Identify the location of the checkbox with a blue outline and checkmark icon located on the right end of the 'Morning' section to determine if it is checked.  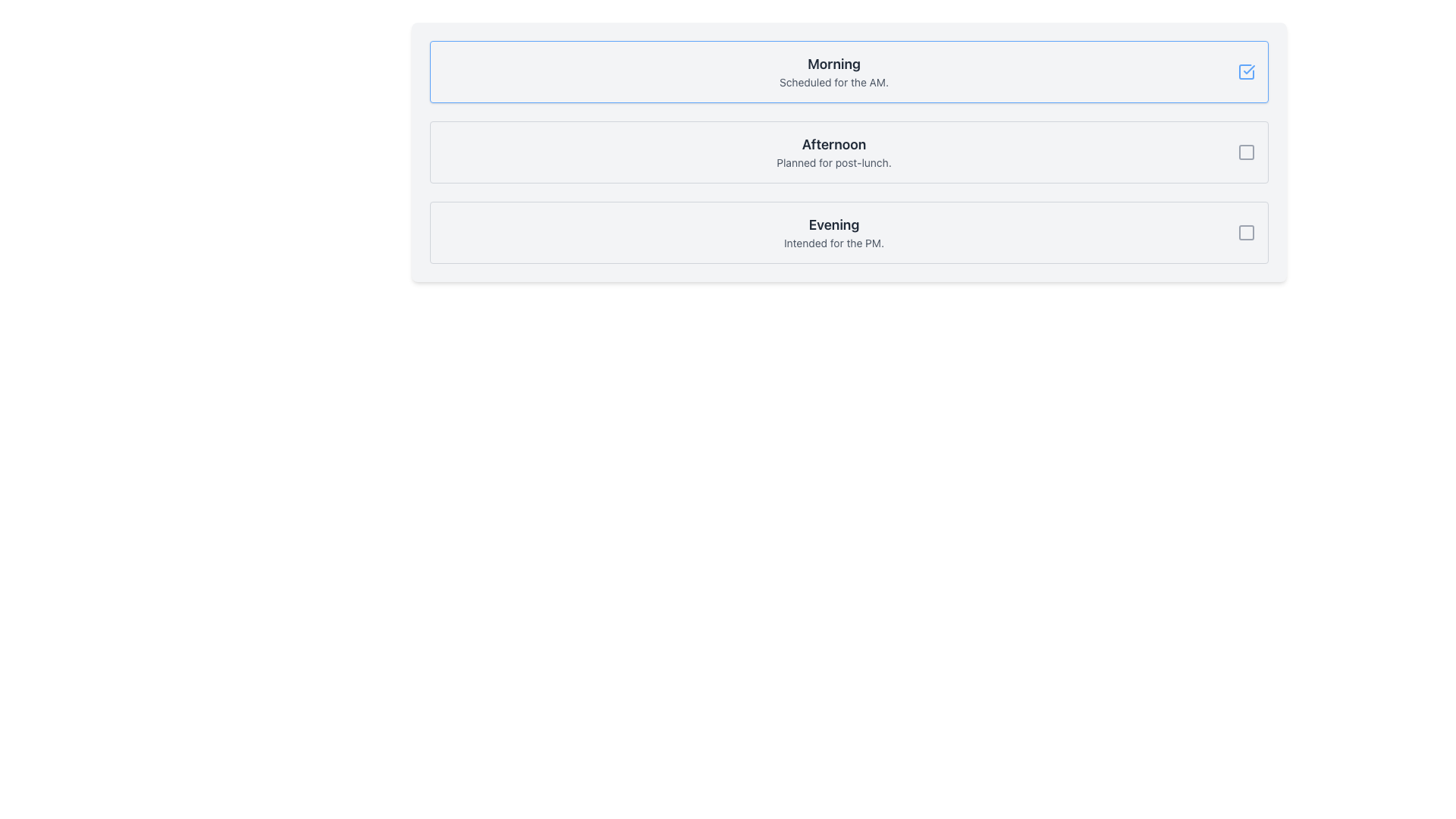
(1246, 72).